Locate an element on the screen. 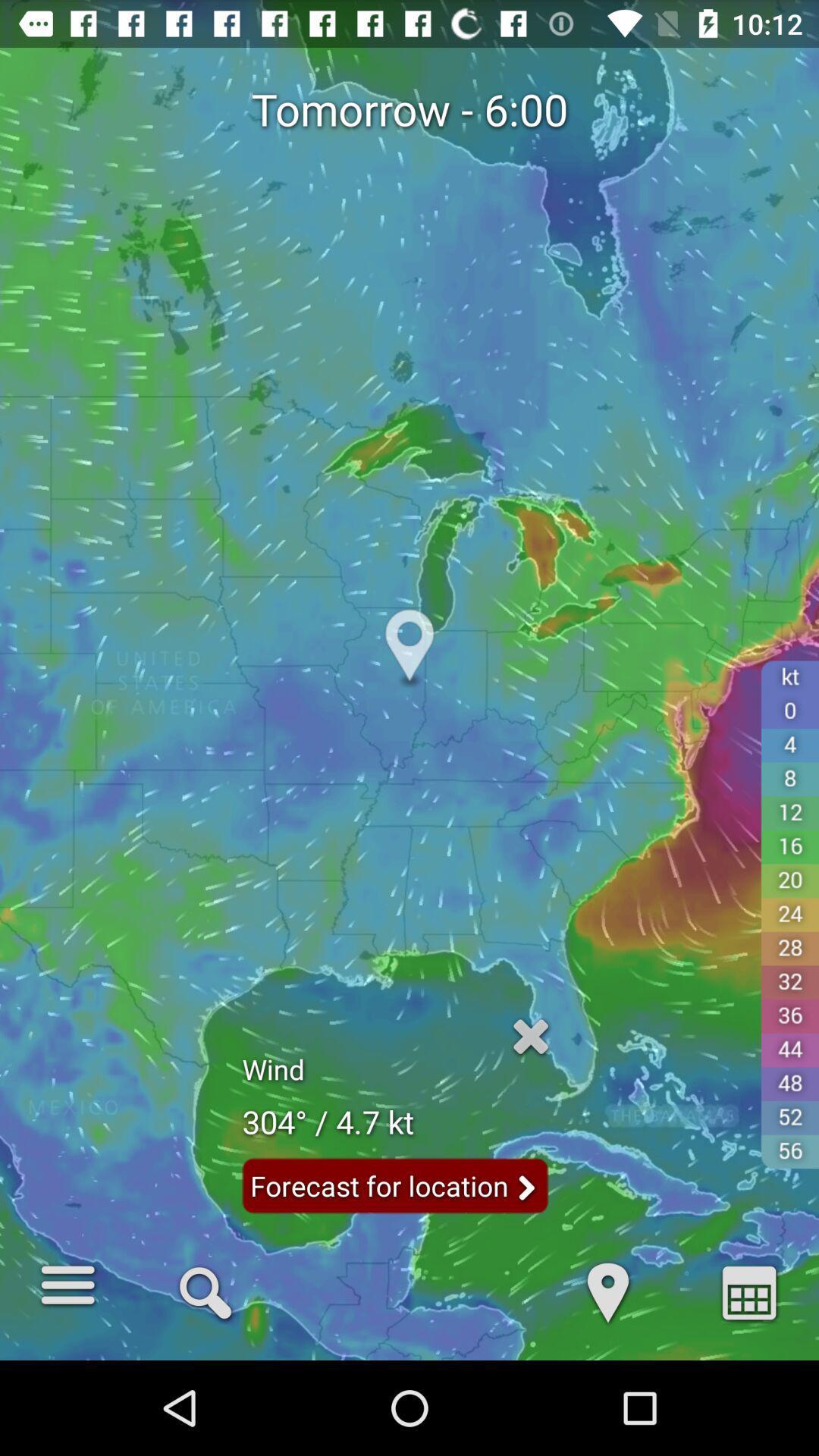 This screenshot has height=1456, width=819. q is located at coordinates (206, 1291).